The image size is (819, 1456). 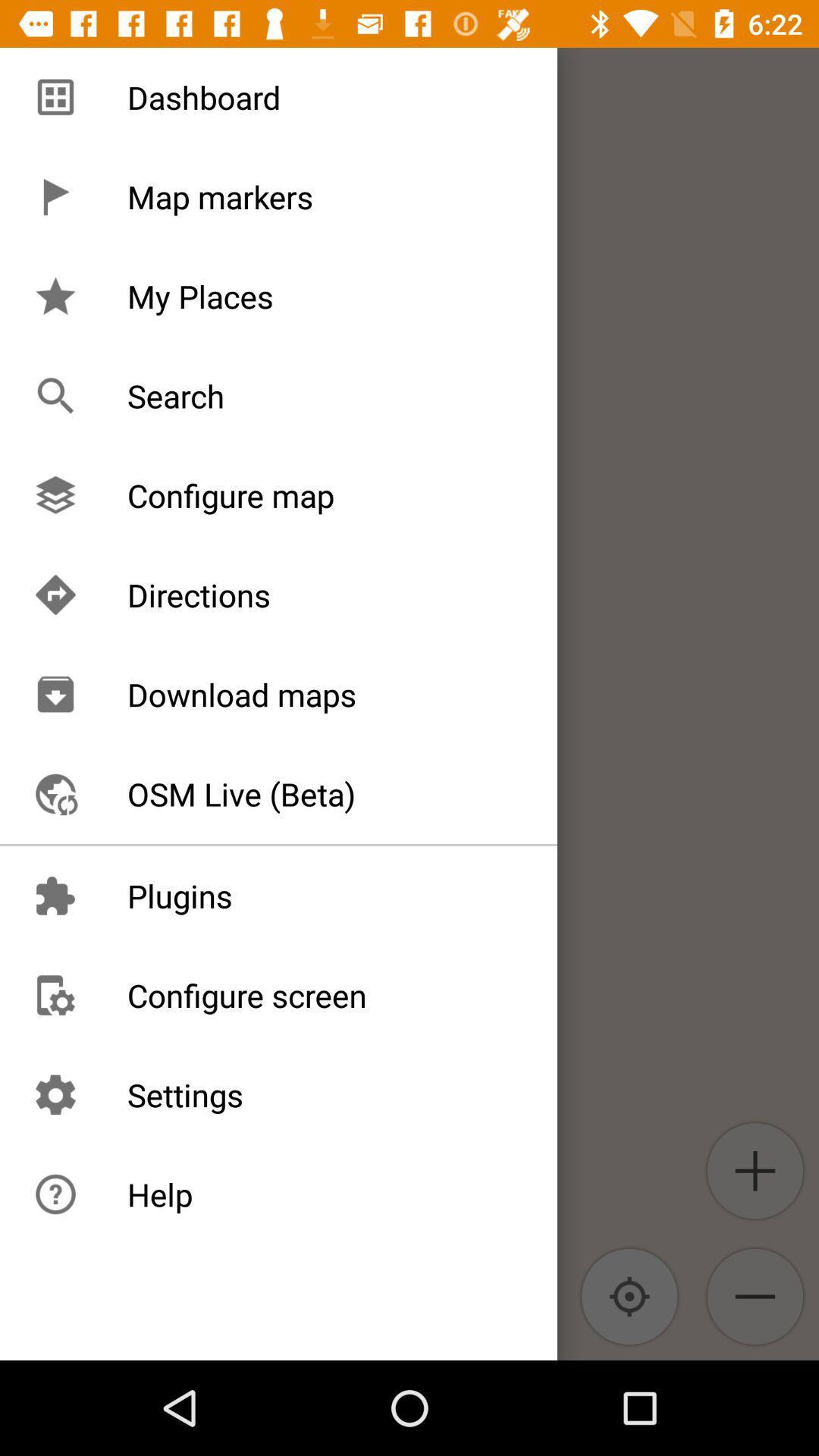 What do you see at coordinates (755, 1170) in the screenshot?
I see `the add icon` at bounding box center [755, 1170].